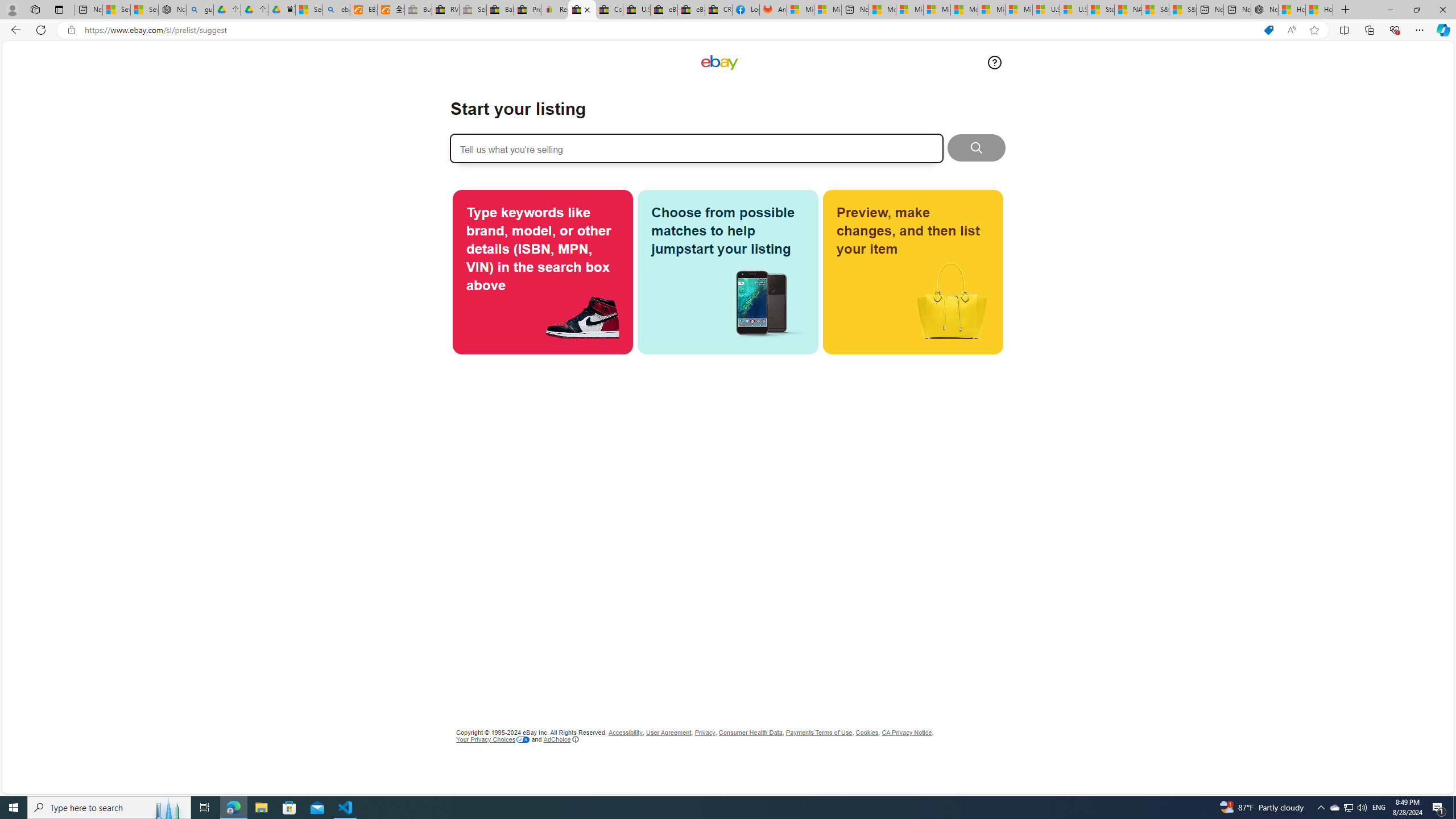 Image resolution: width=1456 pixels, height=819 pixels. What do you see at coordinates (1268, 30) in the screenshot?
I see `'This site has coupons! Shopping in Microsoft Edge'` at bounding box center [1268, 30].